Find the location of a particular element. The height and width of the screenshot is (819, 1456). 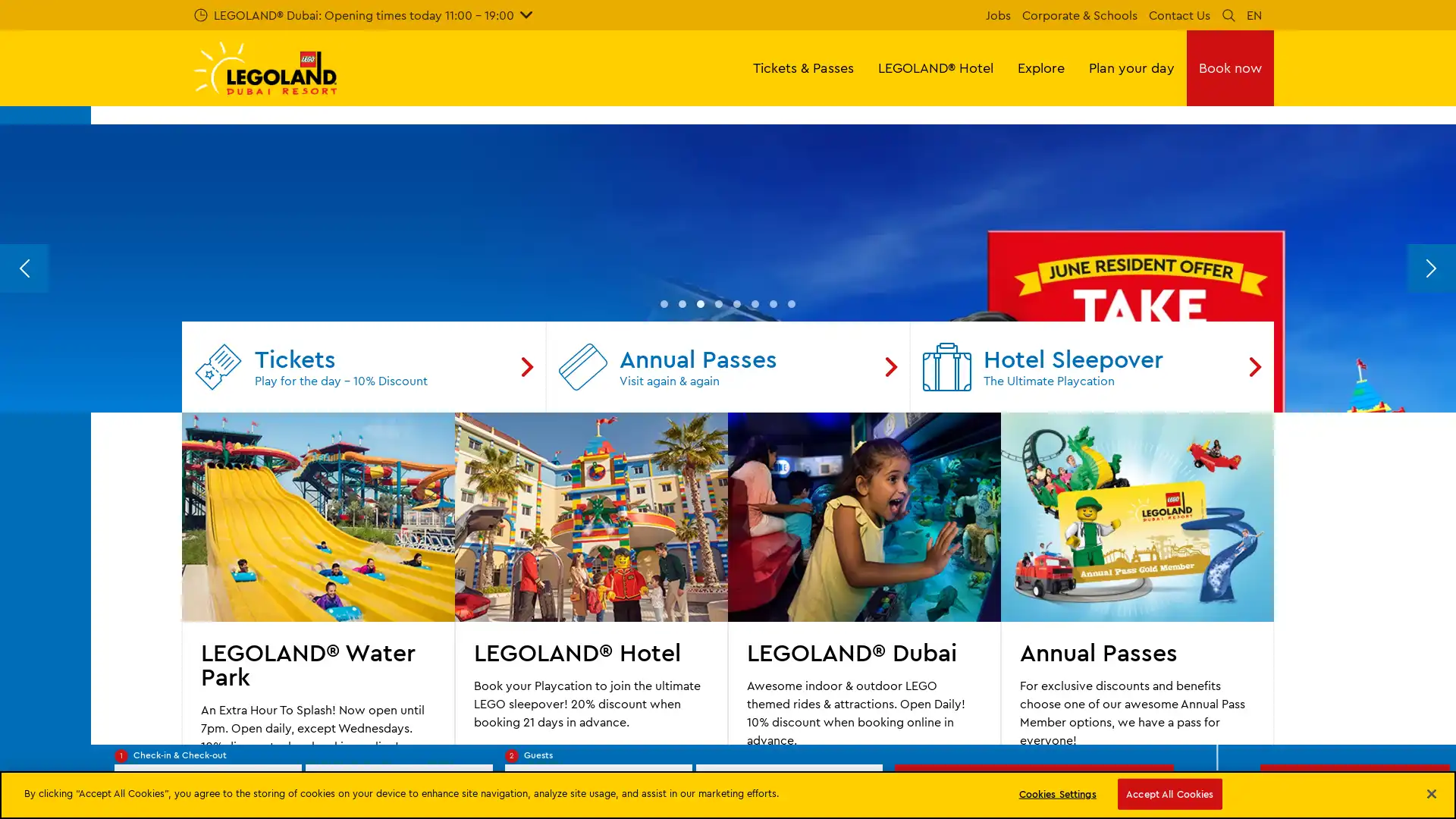

Number of children is located at coordinates (789, 786).